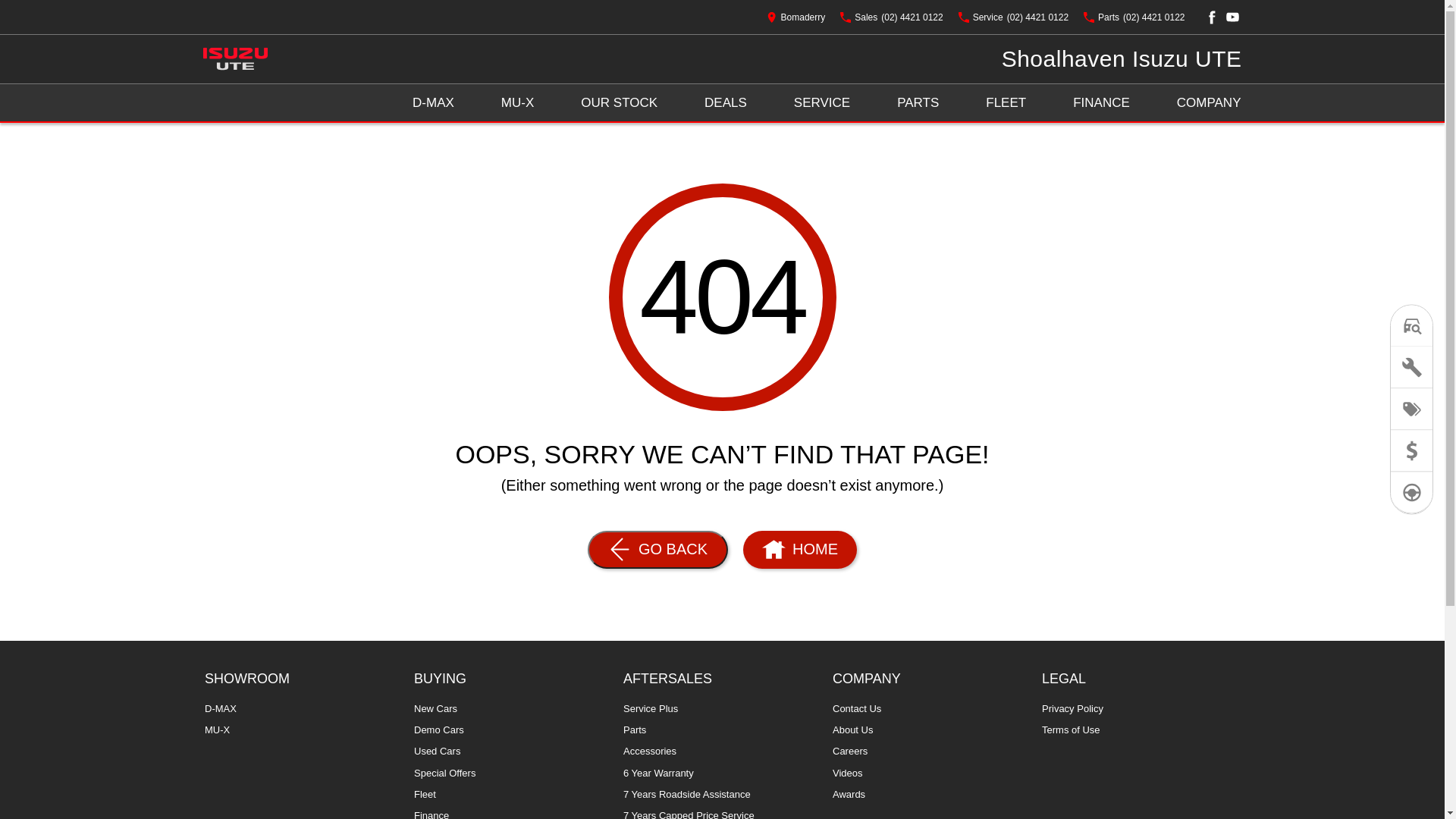  Describe the element at coordinates (623, 798) in the screenshot. I see `'7 Years Roadside Assistance'` at that location.